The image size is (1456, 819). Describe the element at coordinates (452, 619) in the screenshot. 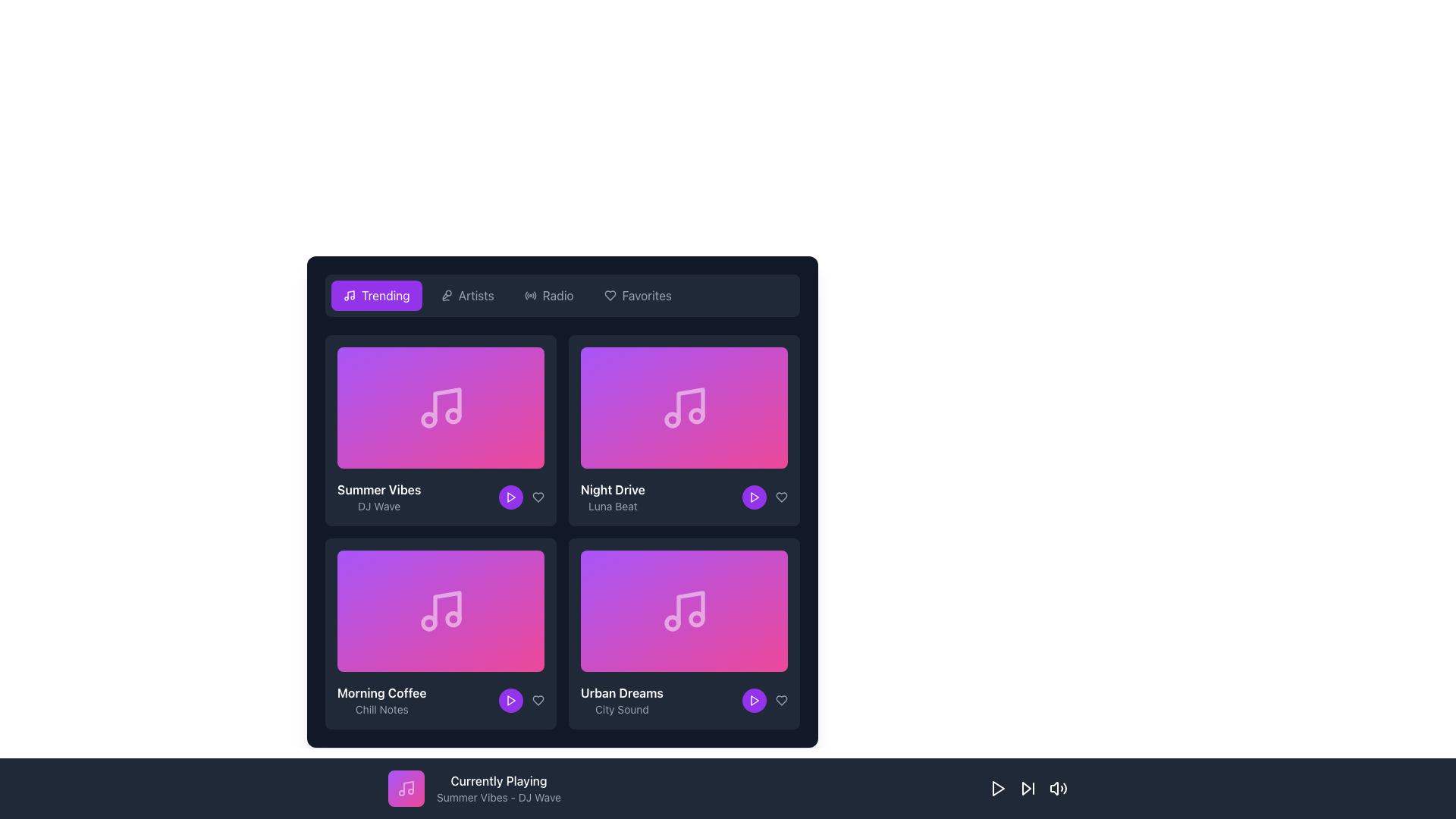

I see `the second SVG circle graphic in the music note icon on the 'Morning Coffee' card located at the bottom left side of the grid` at that location.